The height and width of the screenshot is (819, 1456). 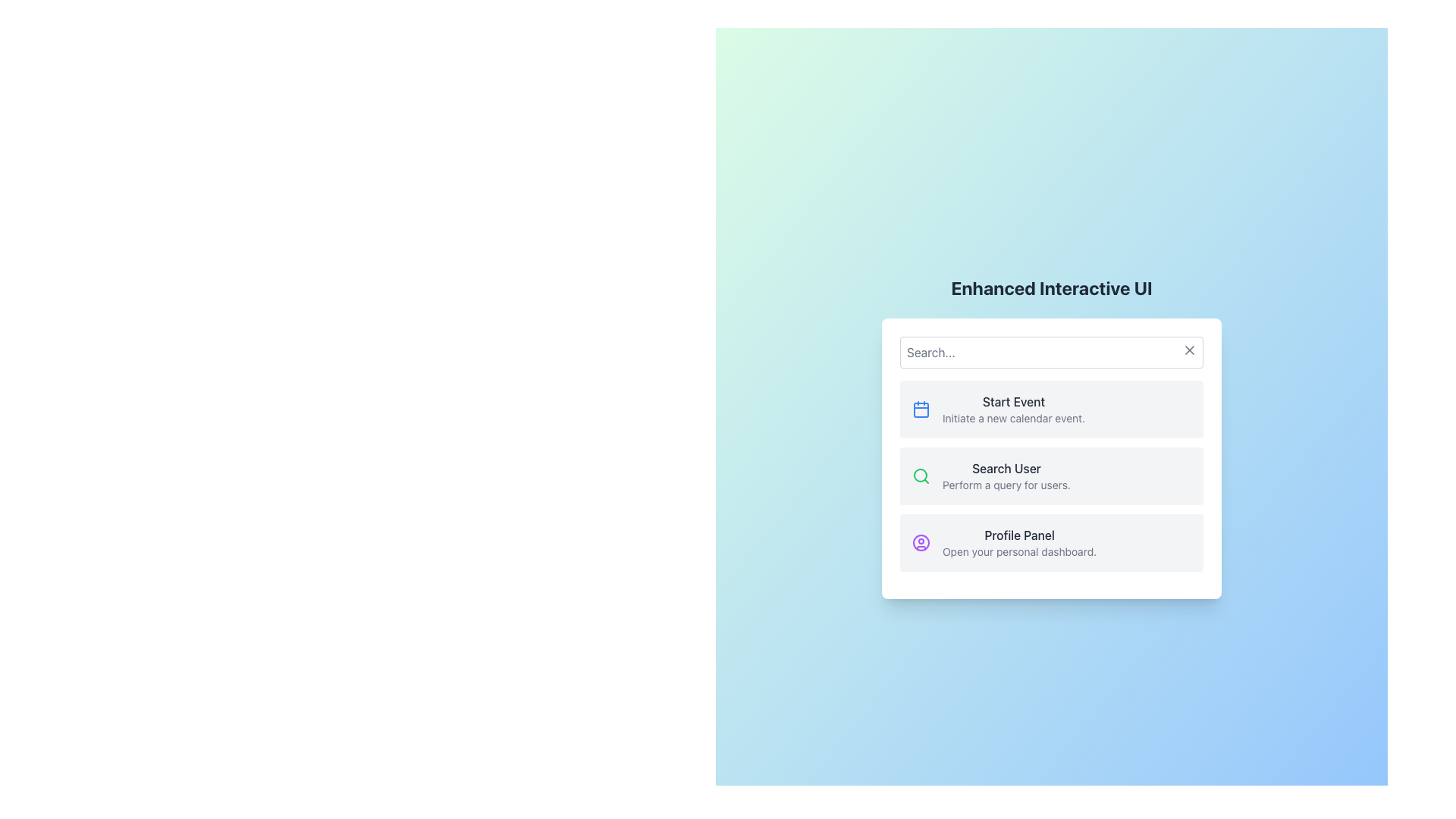 I want to click on descriptive label indicating 'Profile Panel' and its subtitle 'Open your personal dashboard.' located at the third position in the list of options, so click(x=1019, y=542).